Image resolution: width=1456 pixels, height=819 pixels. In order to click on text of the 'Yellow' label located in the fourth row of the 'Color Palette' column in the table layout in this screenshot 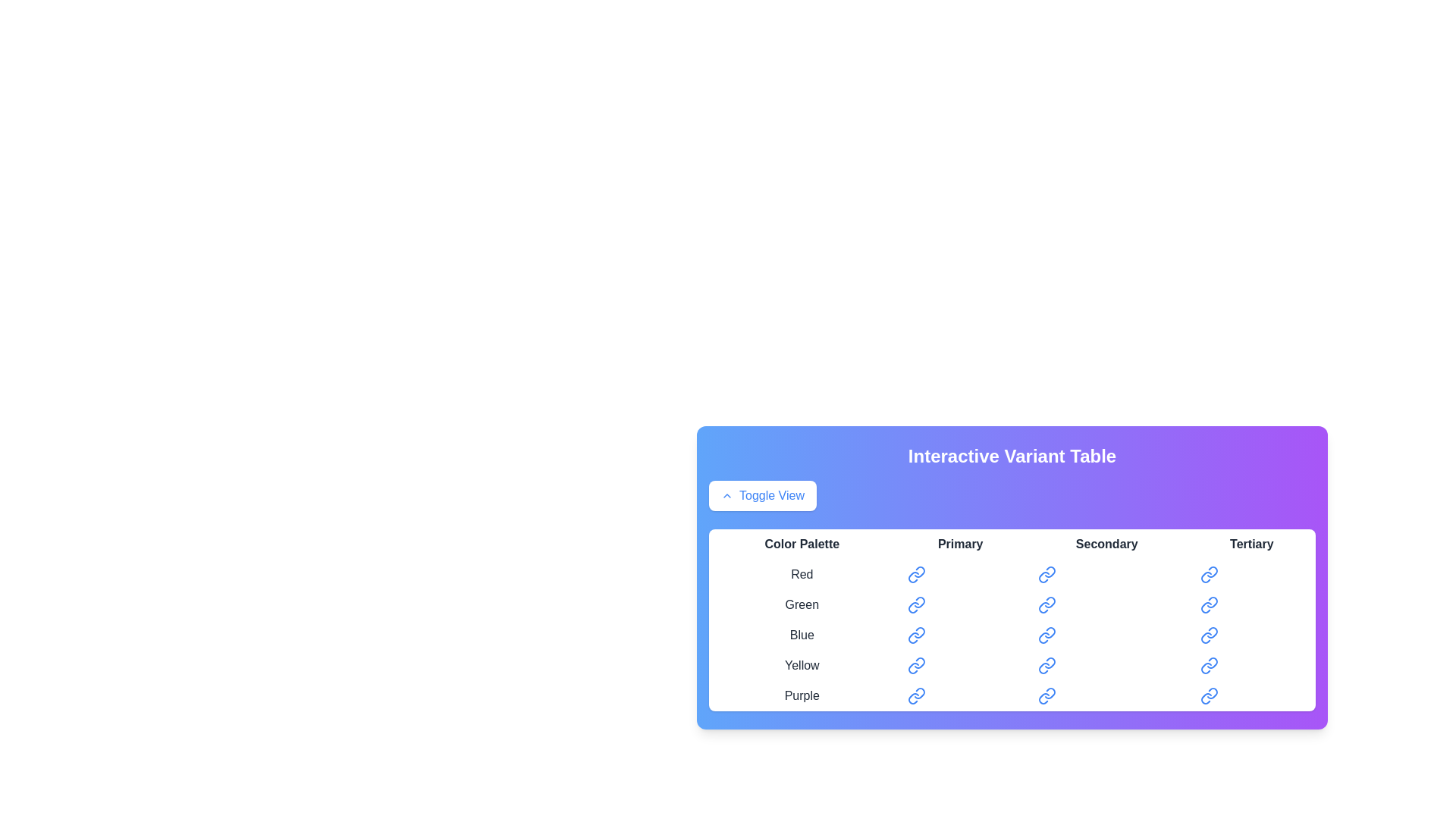, I will do `click(801, 665)`.